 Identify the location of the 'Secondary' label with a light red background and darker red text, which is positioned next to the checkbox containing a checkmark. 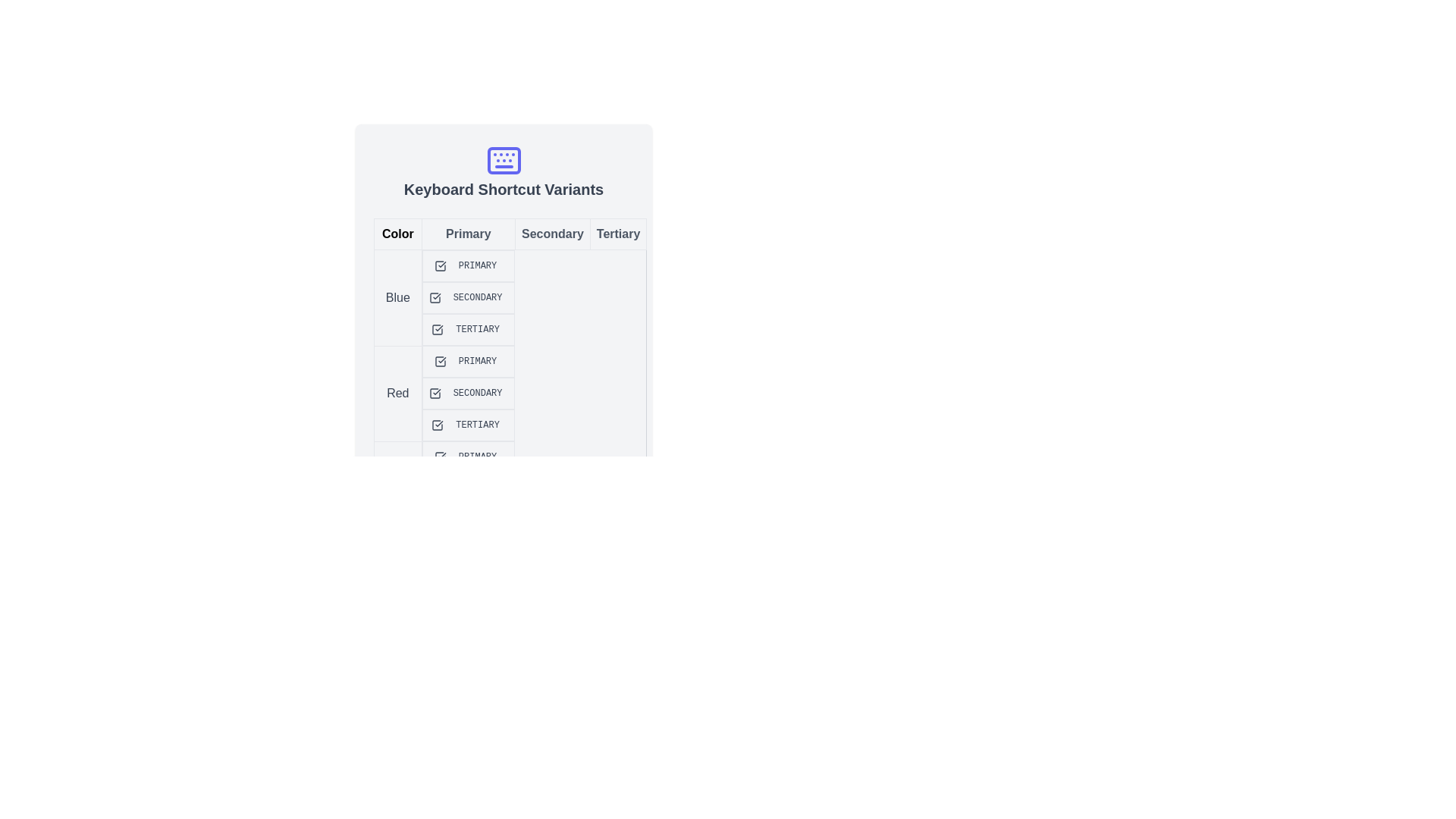
(468, 393).